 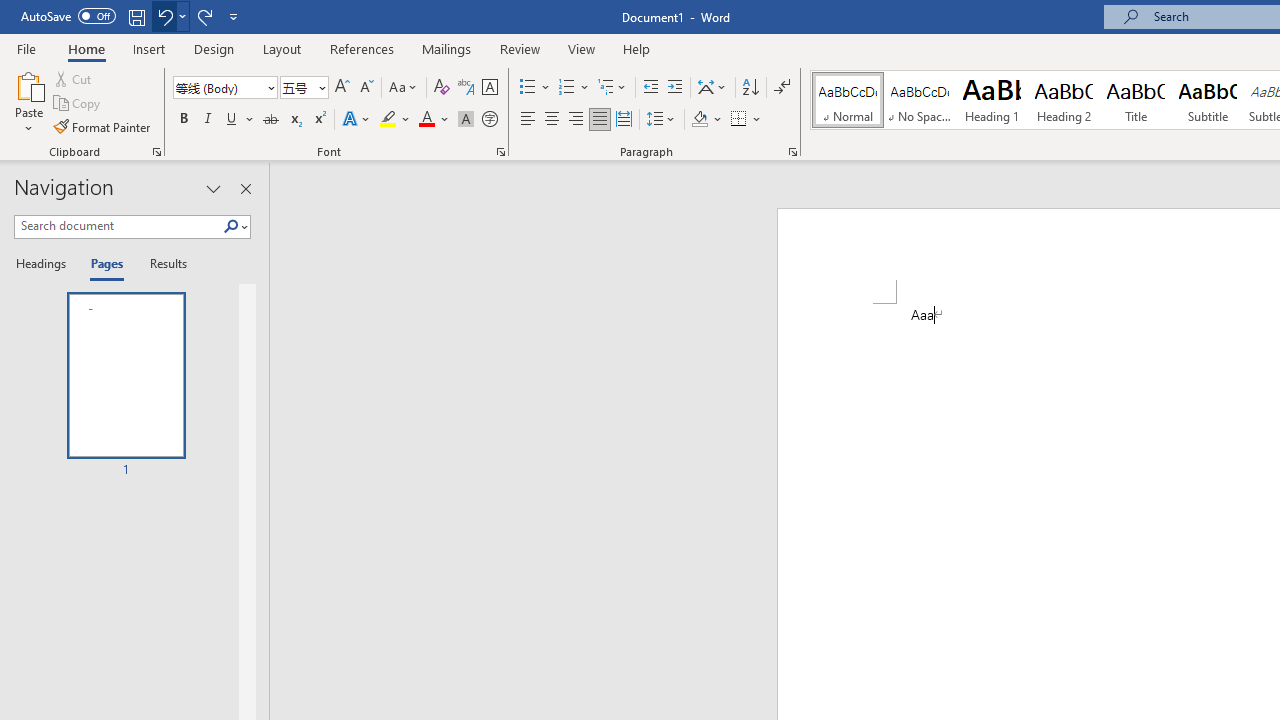 What do you see at coordinates (675, 86) in the screenshot?
I see `'Increase Indent'` at bounding box center [675, 86].